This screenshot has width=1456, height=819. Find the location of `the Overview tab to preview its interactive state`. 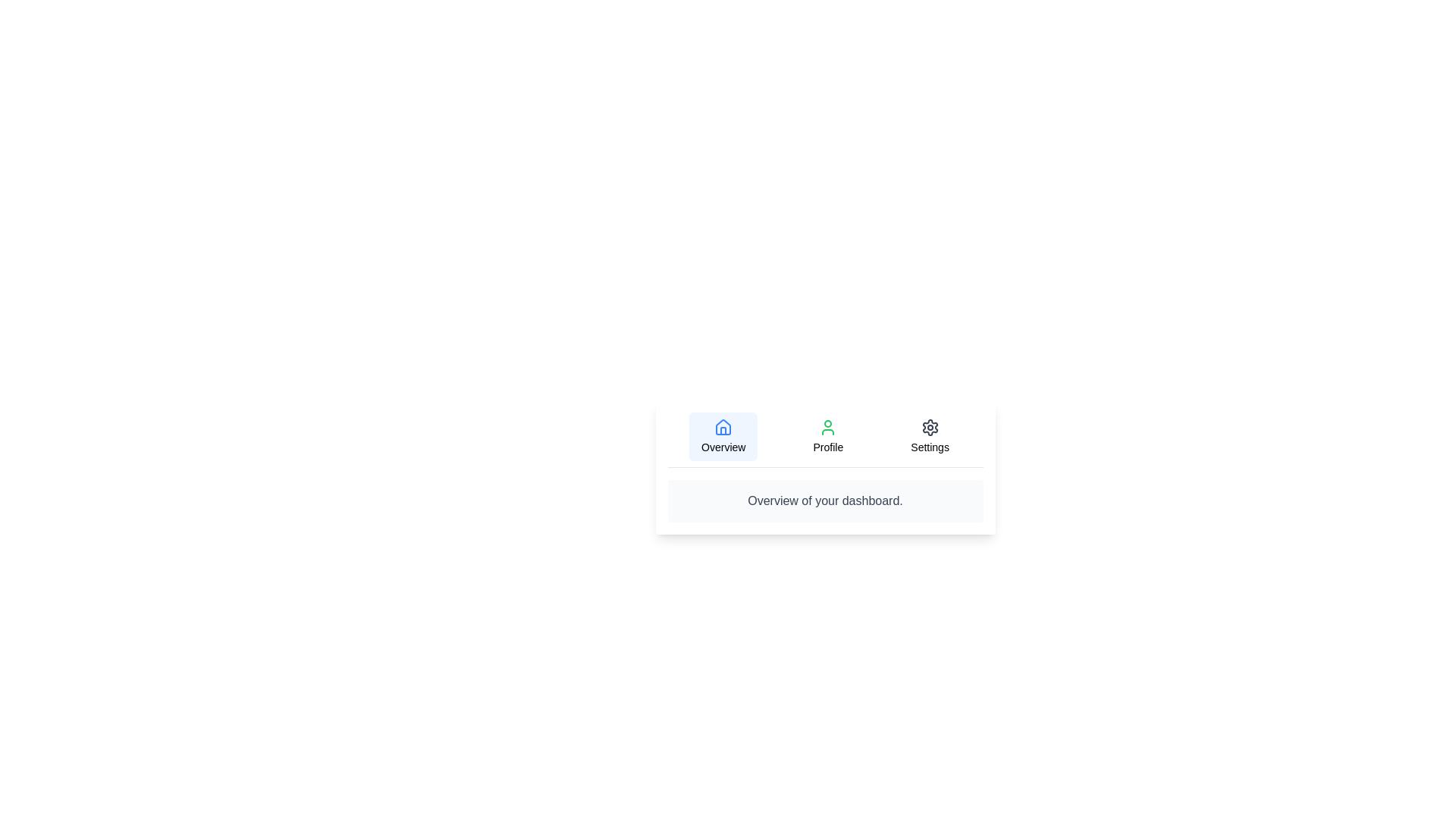

the Overview tab to preview its interactive state is located at coordinates (723, 436).